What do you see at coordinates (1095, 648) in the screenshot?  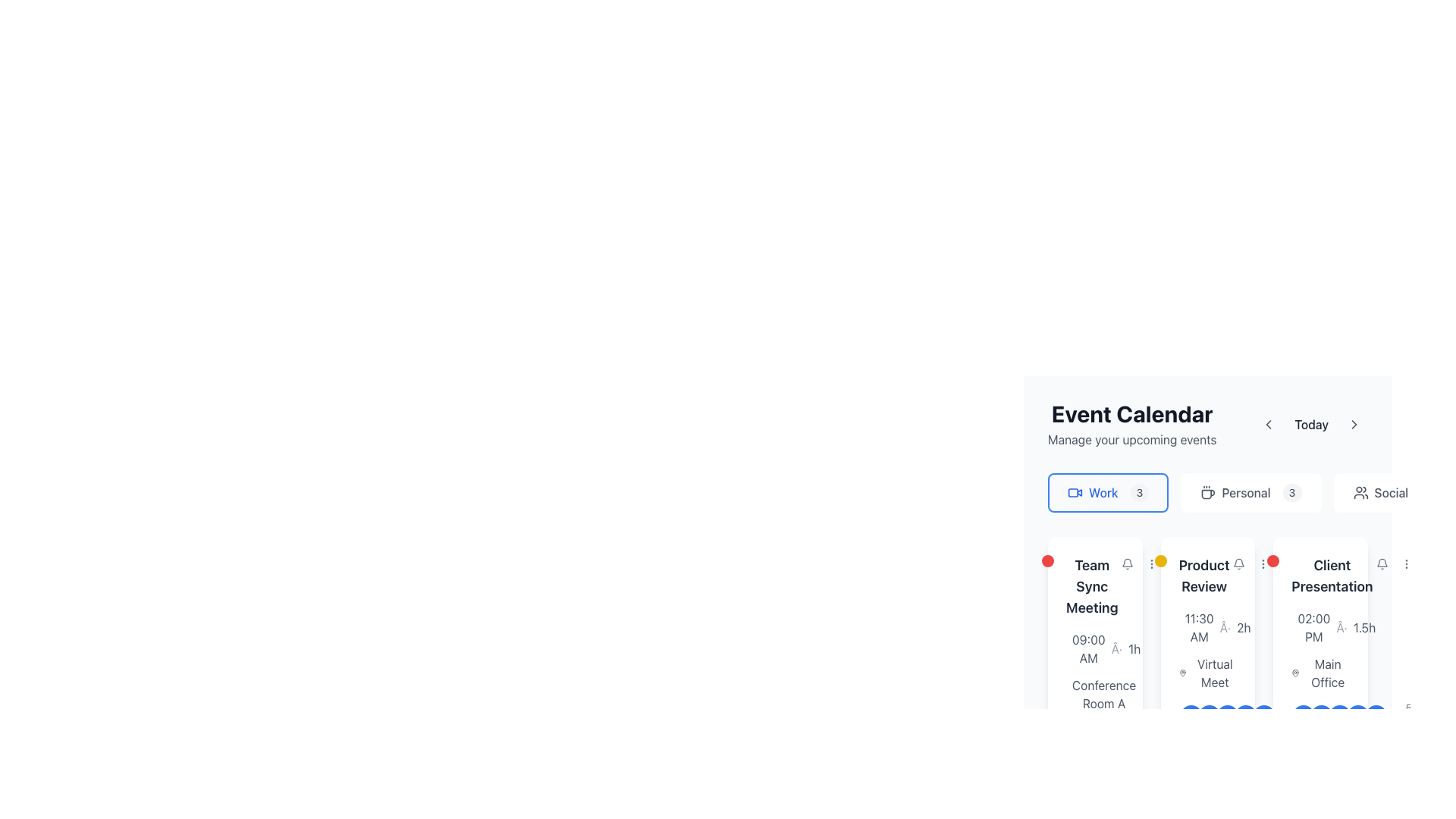 I see `the Text with Icon displaying the time '09:00 AM·1h' located at the top-left of the 'Team Sync Meeting' card` at bounding box center [1095, 648].